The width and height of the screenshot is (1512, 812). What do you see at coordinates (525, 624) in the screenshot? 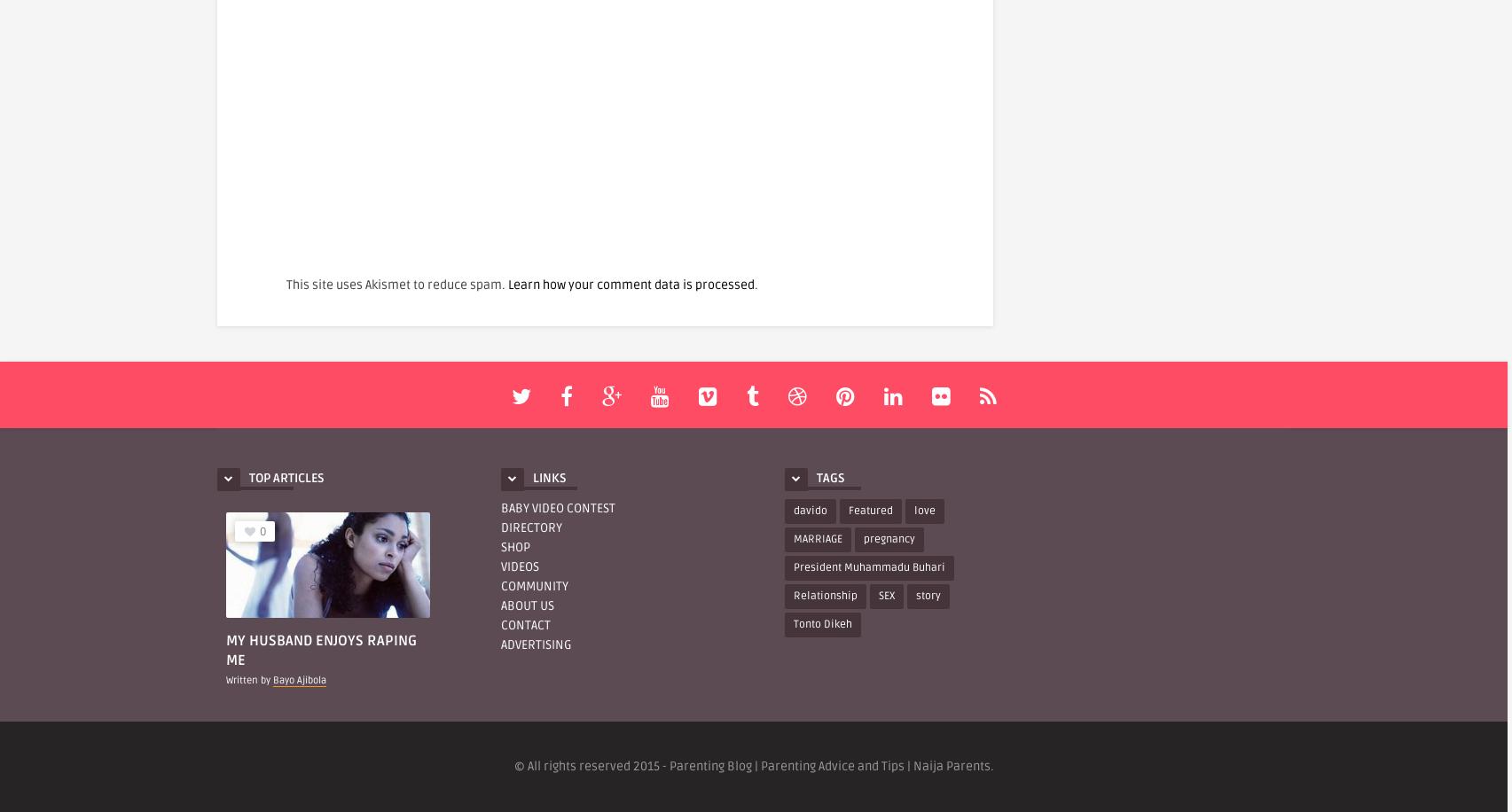
I see `'CONTACT'` at bounding box center [525, 624].